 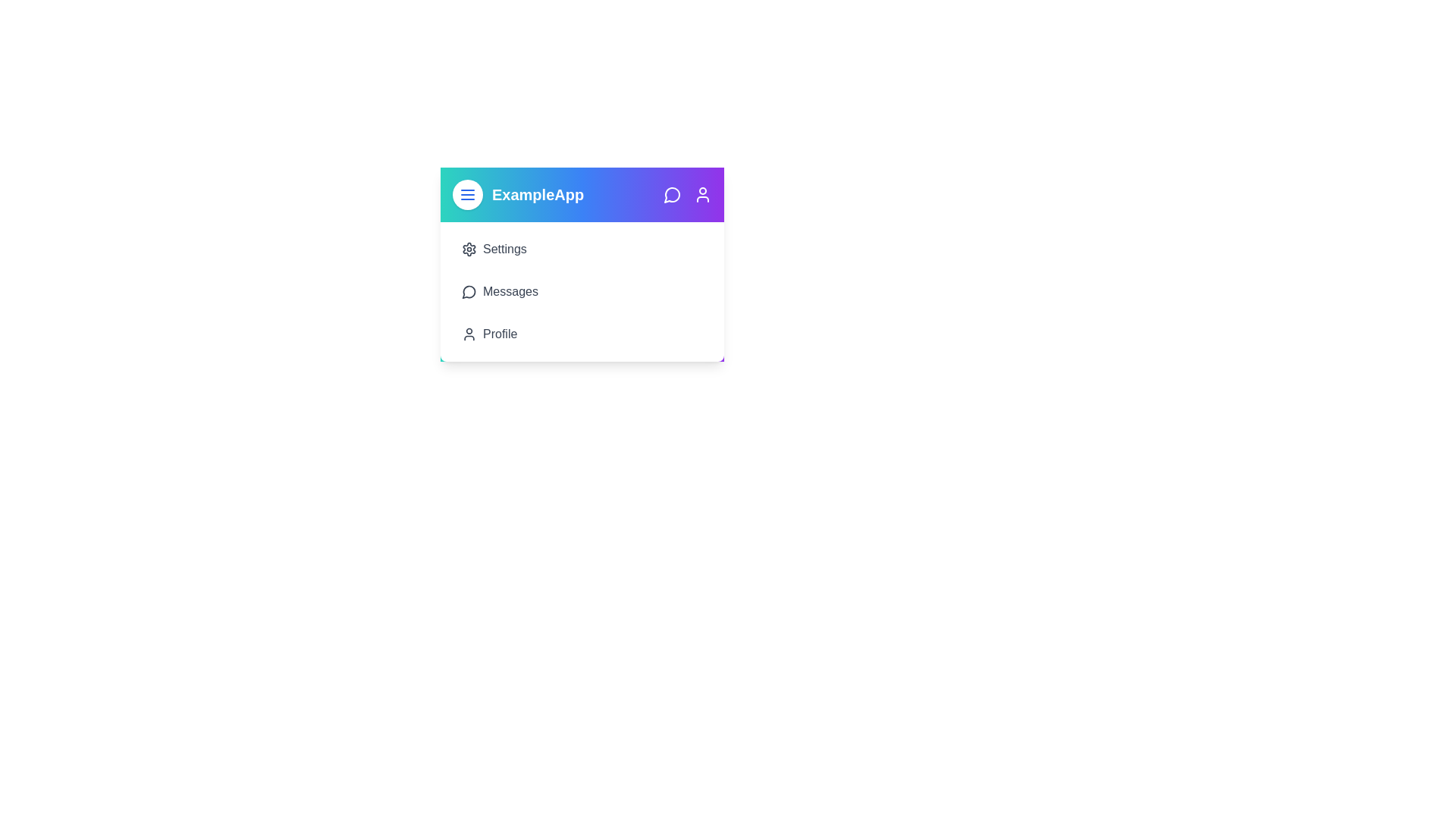 What do you see at coordinates (467, 194) in the screenshot?
I see `the menu button to toggle the visibility of the navigation menu` at bounding box center [467, 194].